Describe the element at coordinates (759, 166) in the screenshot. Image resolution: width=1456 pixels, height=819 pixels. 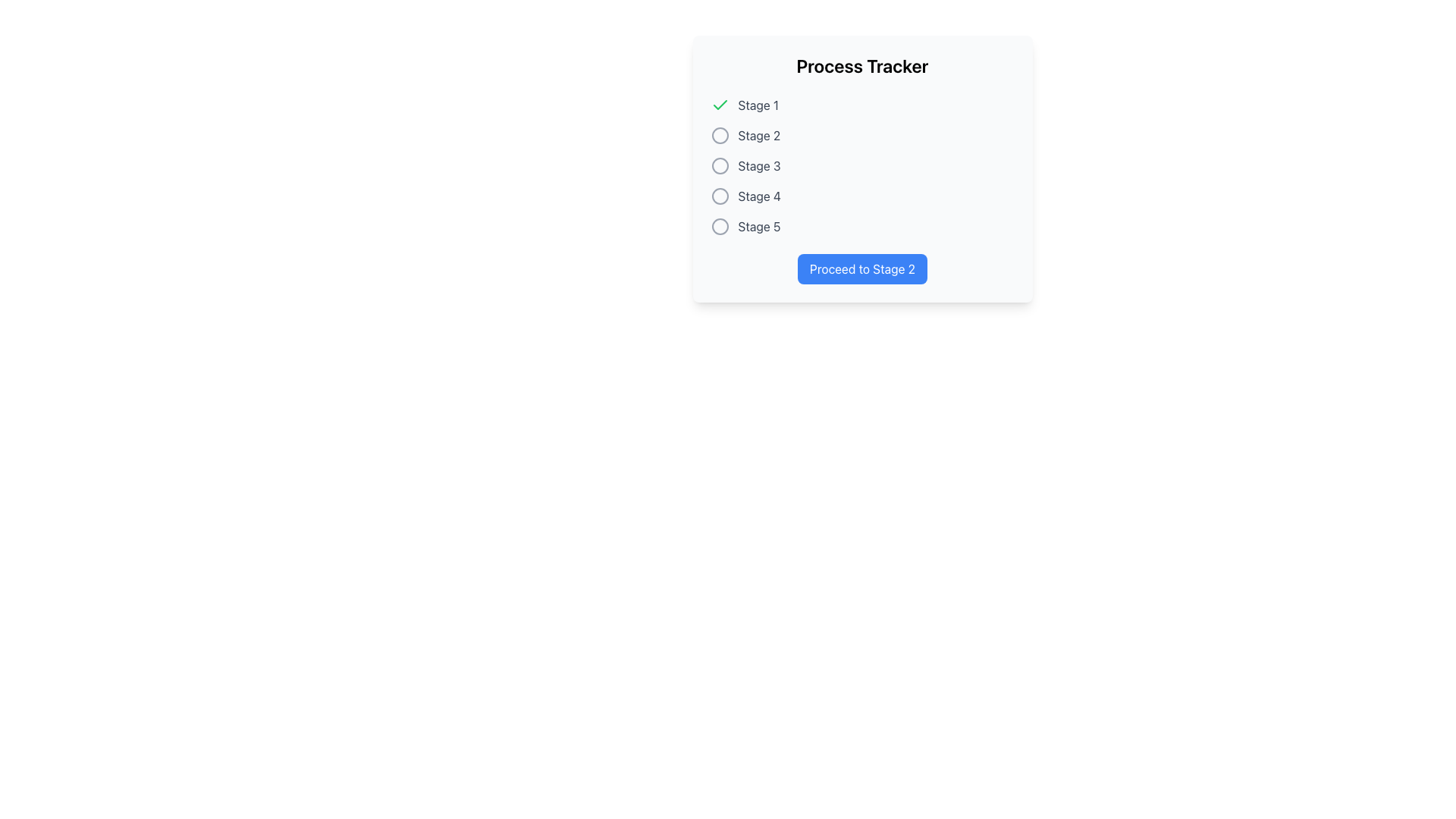
I see `the label indicating the third stage in the process tracker UI, located in the center-right region of the interface` at that location.